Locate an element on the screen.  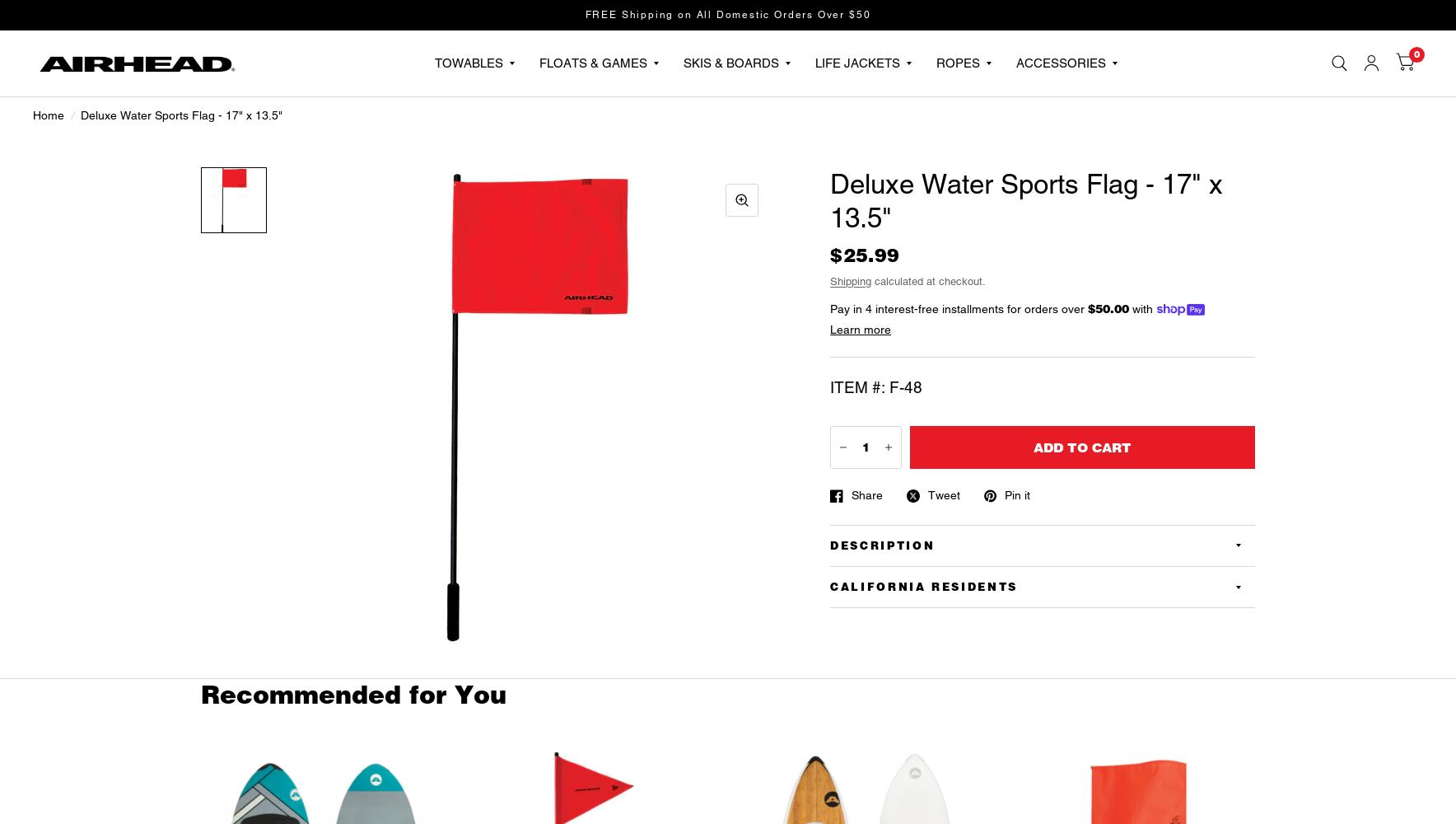
'Pin it' is located at coordinates (1017, 494).